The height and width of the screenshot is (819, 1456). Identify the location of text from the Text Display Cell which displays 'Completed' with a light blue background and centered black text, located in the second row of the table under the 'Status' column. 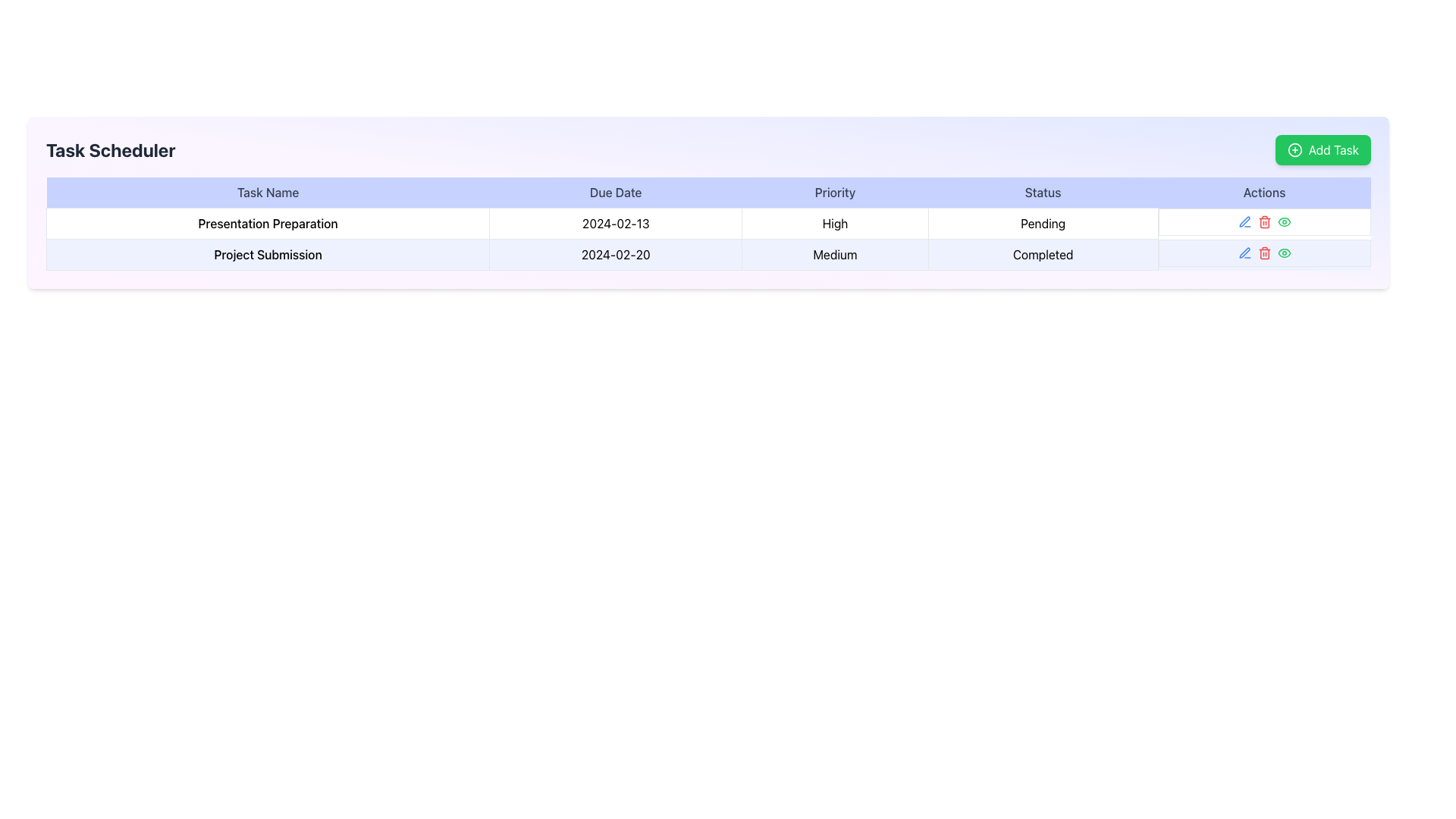
(1042, 253).